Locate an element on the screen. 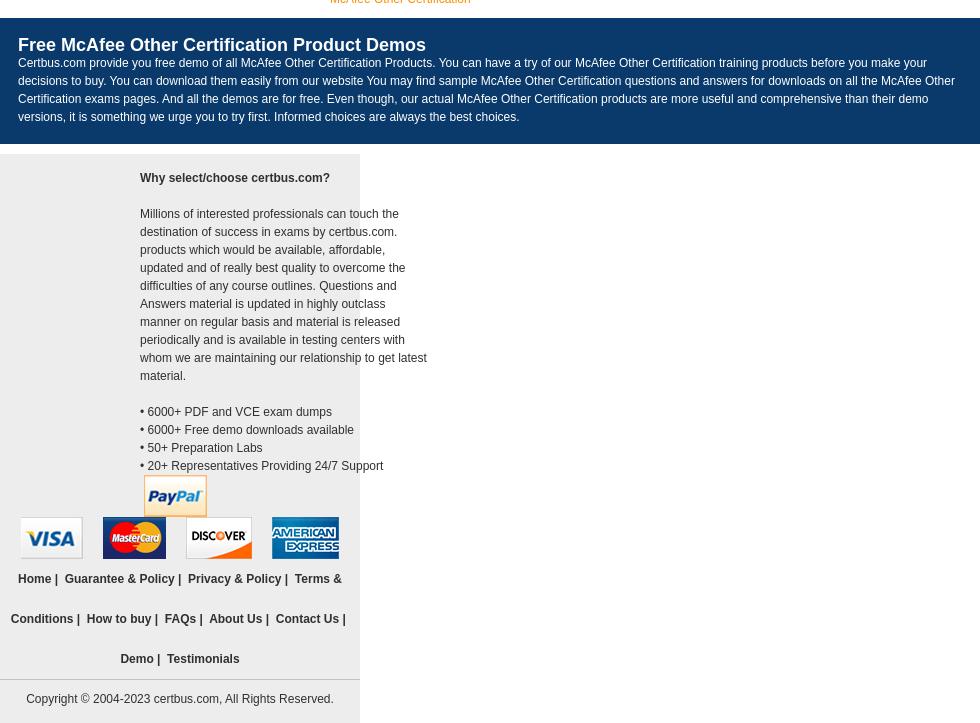 This screenshot has width=980, height=723. 'Home' is located at coordinates (18, 577).